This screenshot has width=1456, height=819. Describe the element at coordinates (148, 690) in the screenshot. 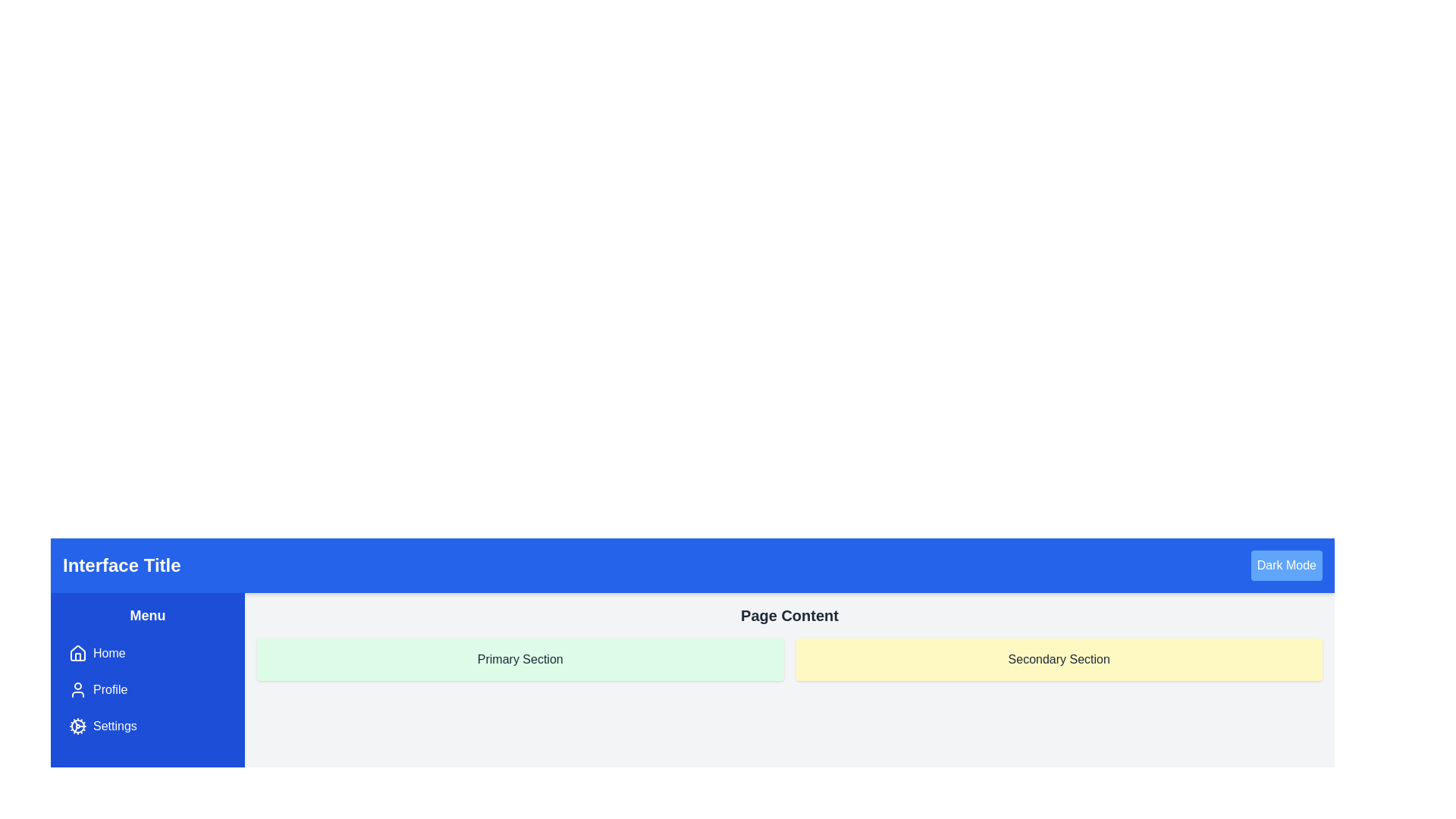

I see `the 'Profile' menu item, which is the second item in the vertical menu list on the left side of the interface, styled in white on a blue background` at that location.